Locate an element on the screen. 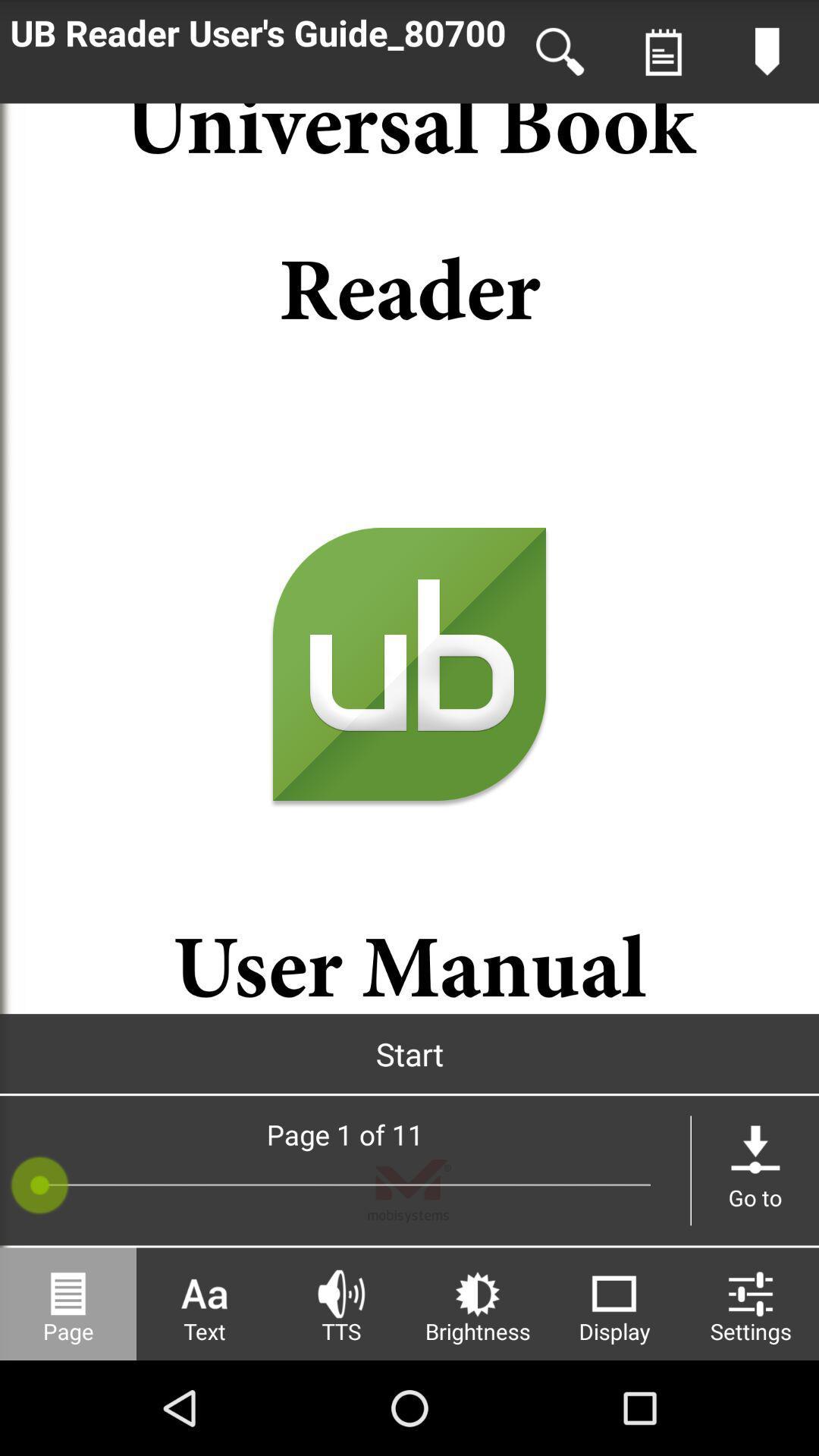  the second button from the right side at bottom of the page is located at coordinates (614, 1303).